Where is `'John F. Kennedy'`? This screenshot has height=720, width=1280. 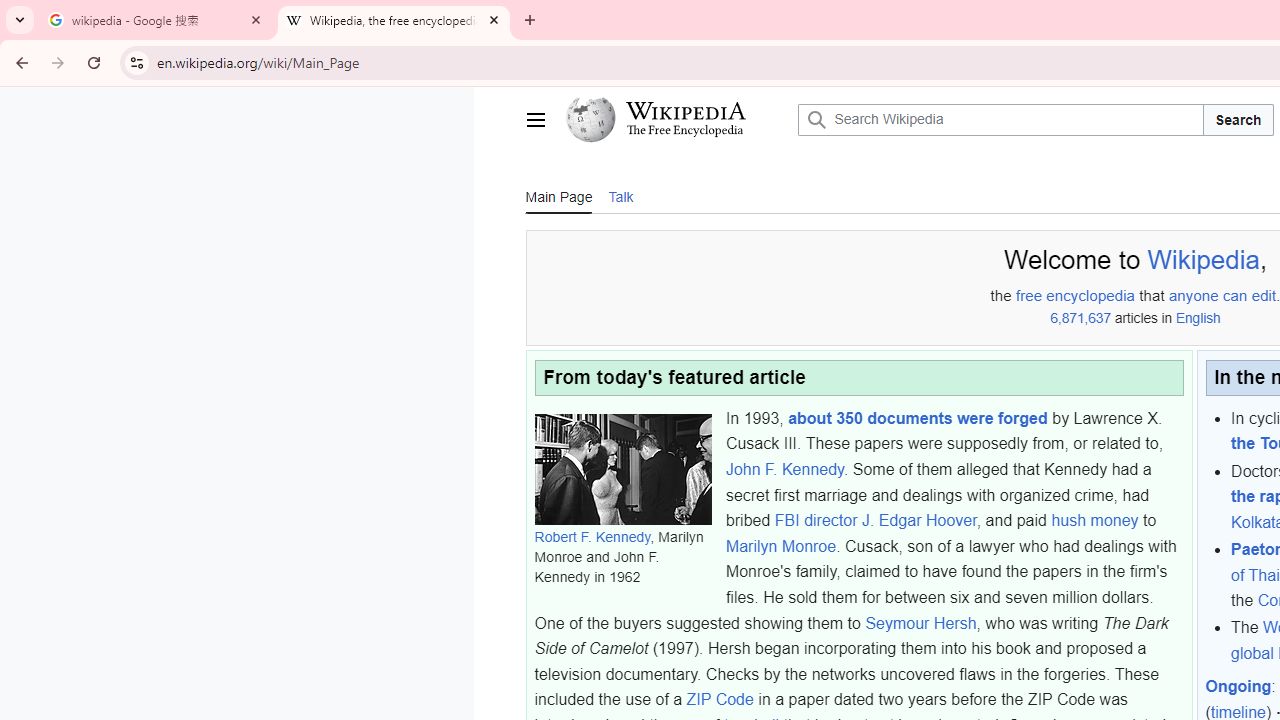 'John F. Kennedy' is located at coordinates (783, 469).